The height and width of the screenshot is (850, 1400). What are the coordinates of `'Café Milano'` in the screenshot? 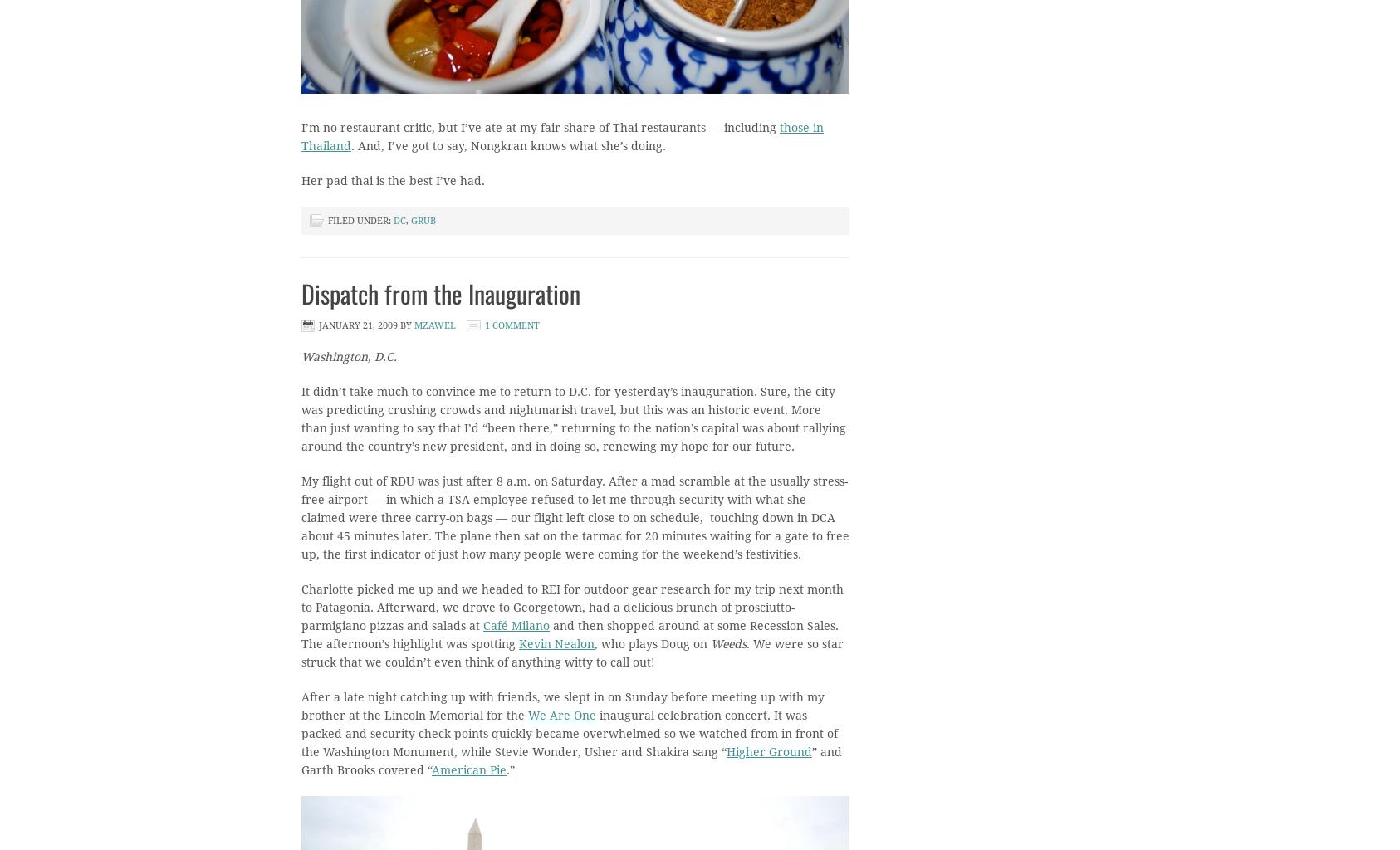 It's located at (515, 624).